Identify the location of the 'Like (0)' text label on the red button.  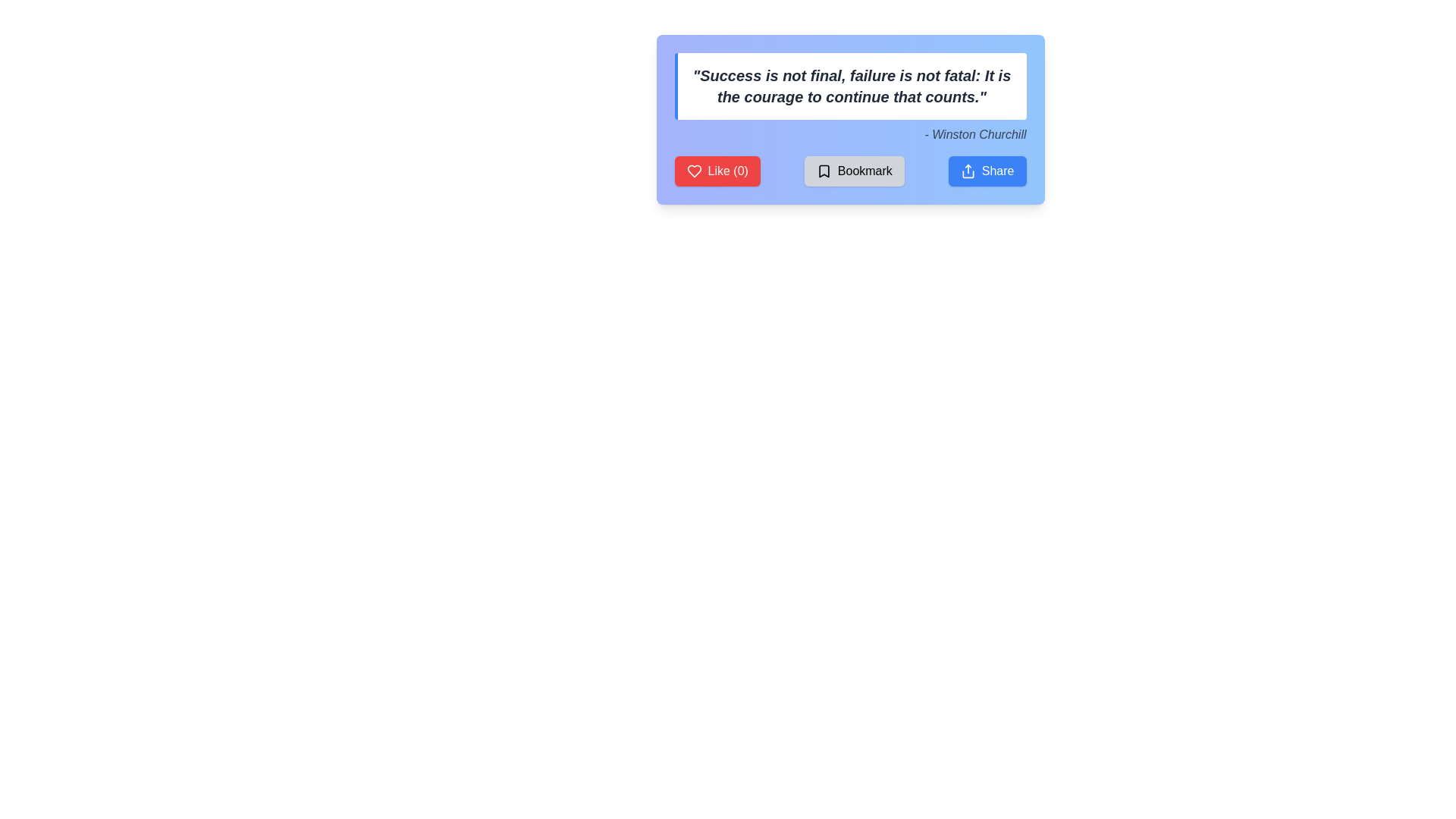
(728, 171).